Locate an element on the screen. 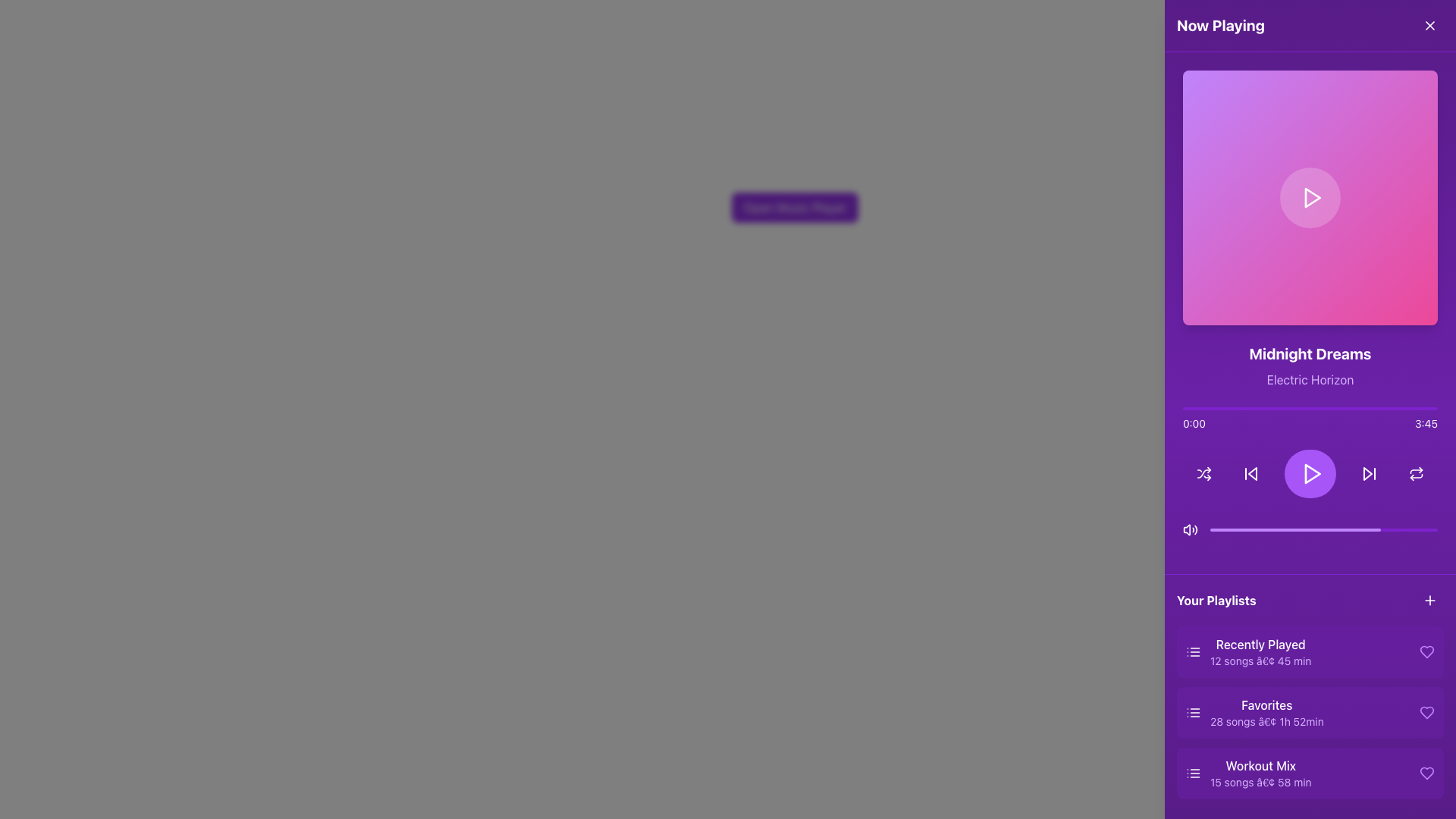 This screenshot has height=819, width=1456. the first playlist entry in the 'Your Playlists' section is located at coordinates (1260, 651).